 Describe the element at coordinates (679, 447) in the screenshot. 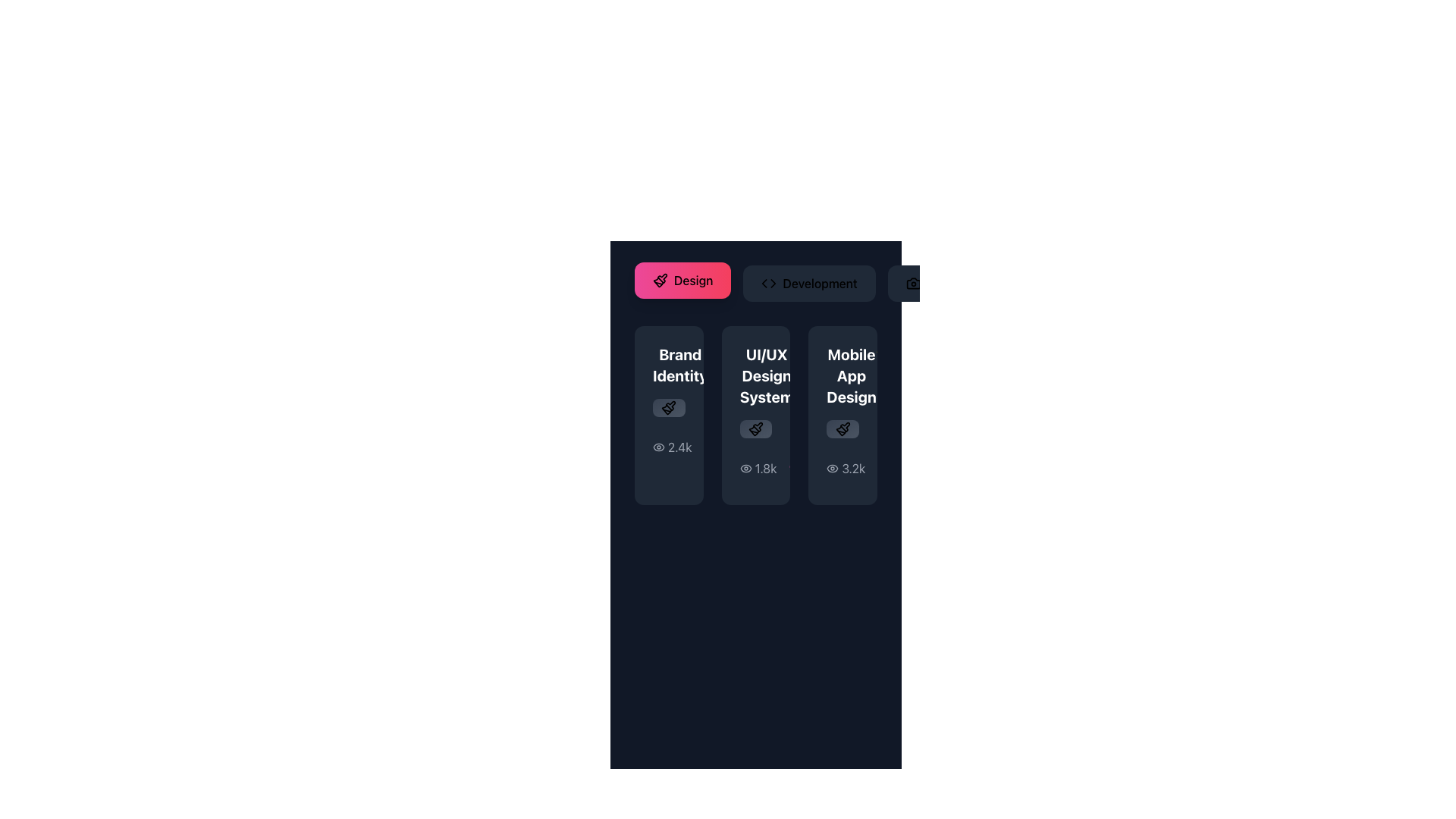

I see `the static text label displaying '2.4k' in light gray on a dark blue background, located next to the eye icon on the 'Brand Identity' card` at that location.